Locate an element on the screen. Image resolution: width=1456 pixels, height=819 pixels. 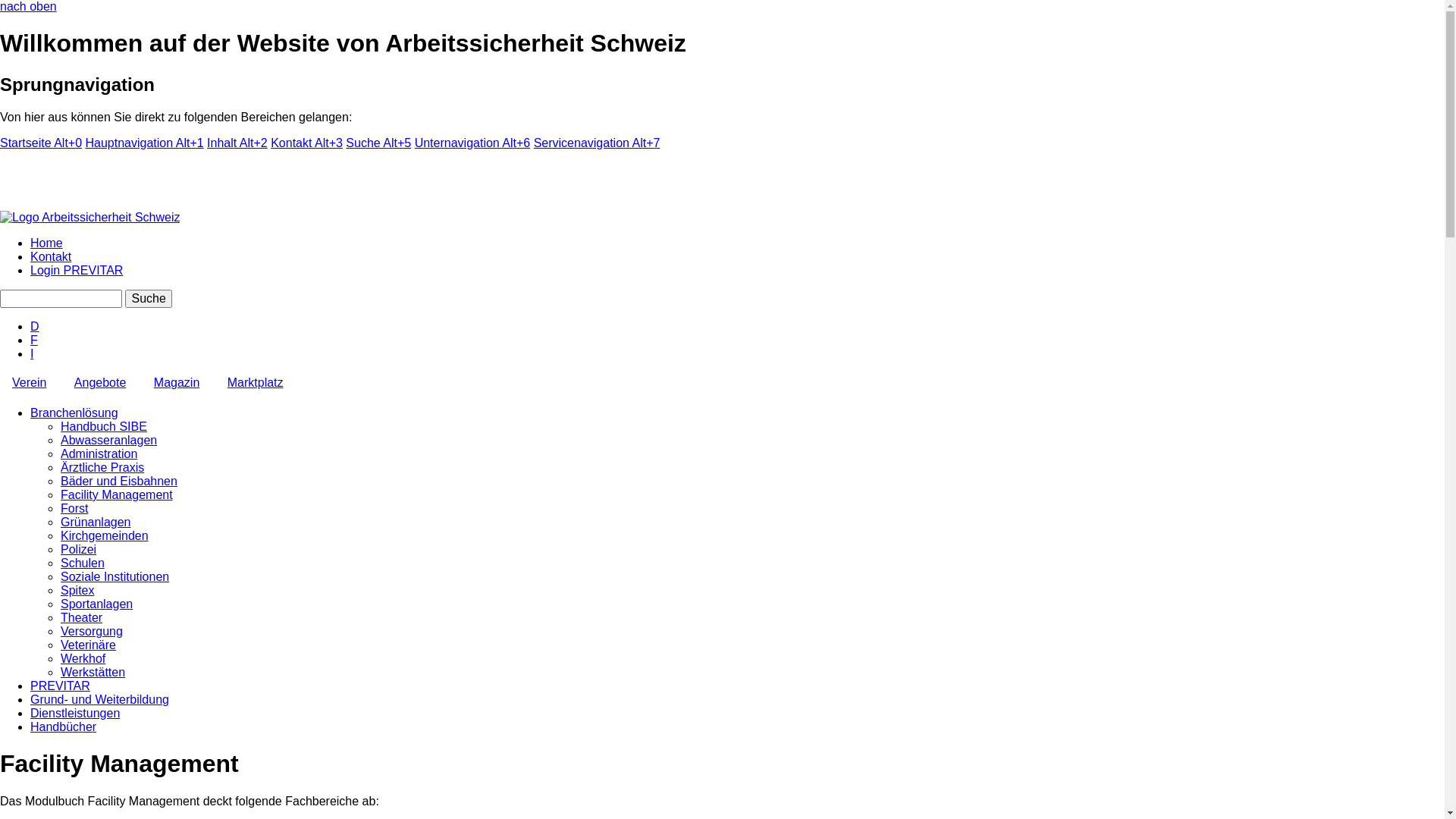
'Spitex' is located at coordinates (76, 589).